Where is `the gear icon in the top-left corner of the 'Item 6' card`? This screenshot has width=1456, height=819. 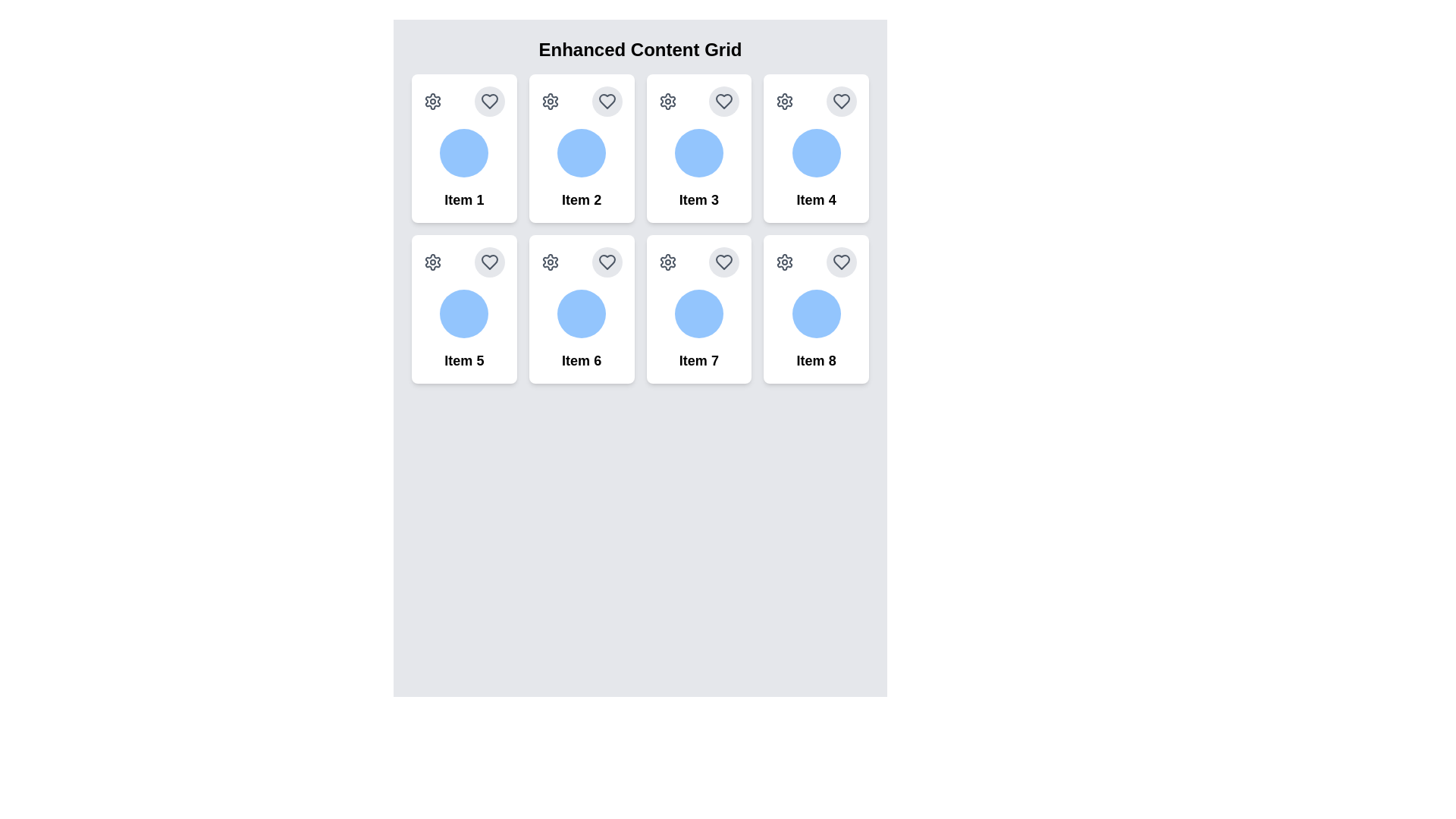 the gear icon in the top-left corner of the 'Item 6' card is located at coordinates (549, 262).